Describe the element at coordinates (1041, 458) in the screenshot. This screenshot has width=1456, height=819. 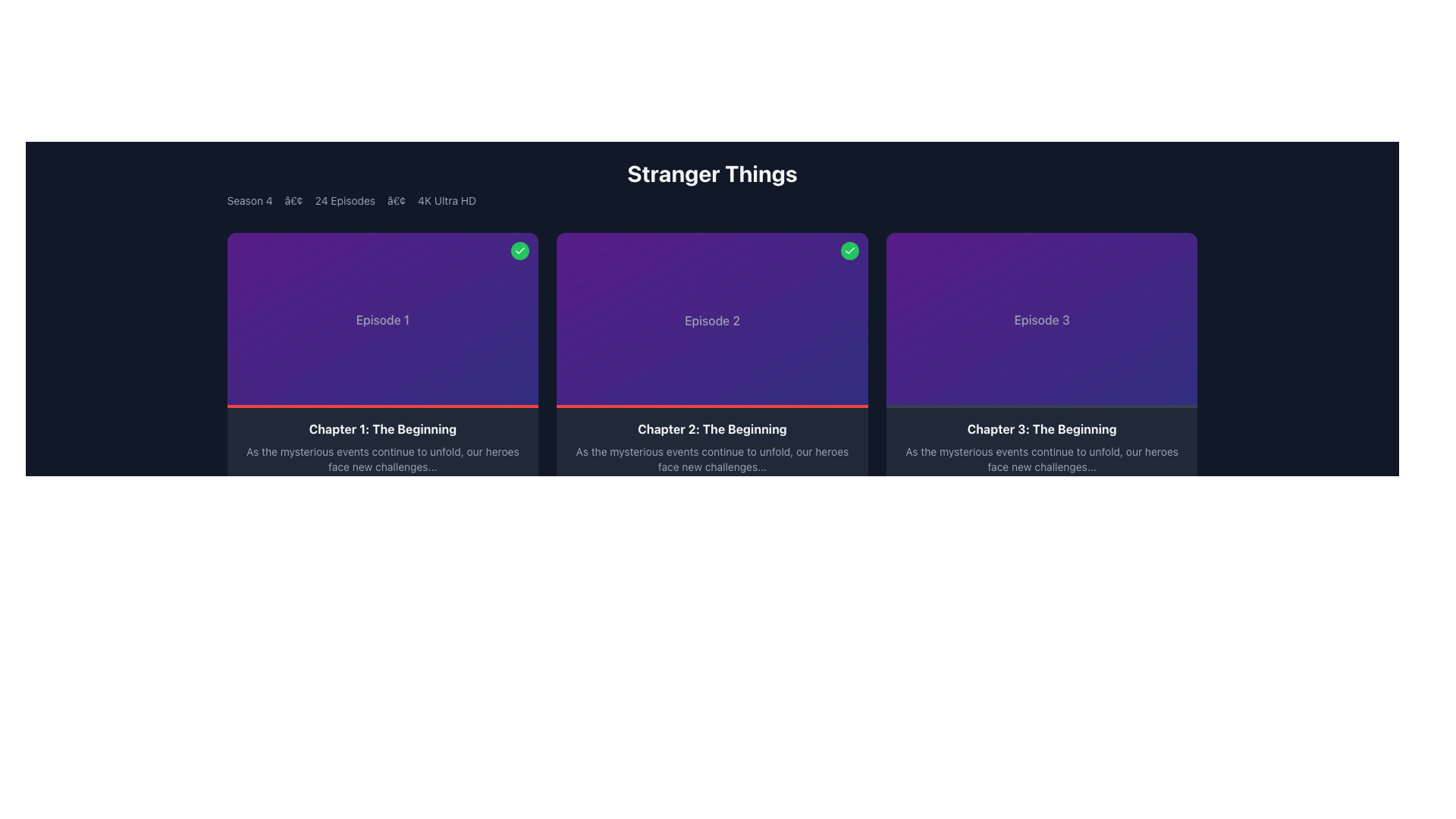
I see `static text component displaying the narrative snippet: 'As the mysterious events continue to unfold, our heroes face new challenges...' located below the heading 'Chapter 3: The Beginning'` at that location.